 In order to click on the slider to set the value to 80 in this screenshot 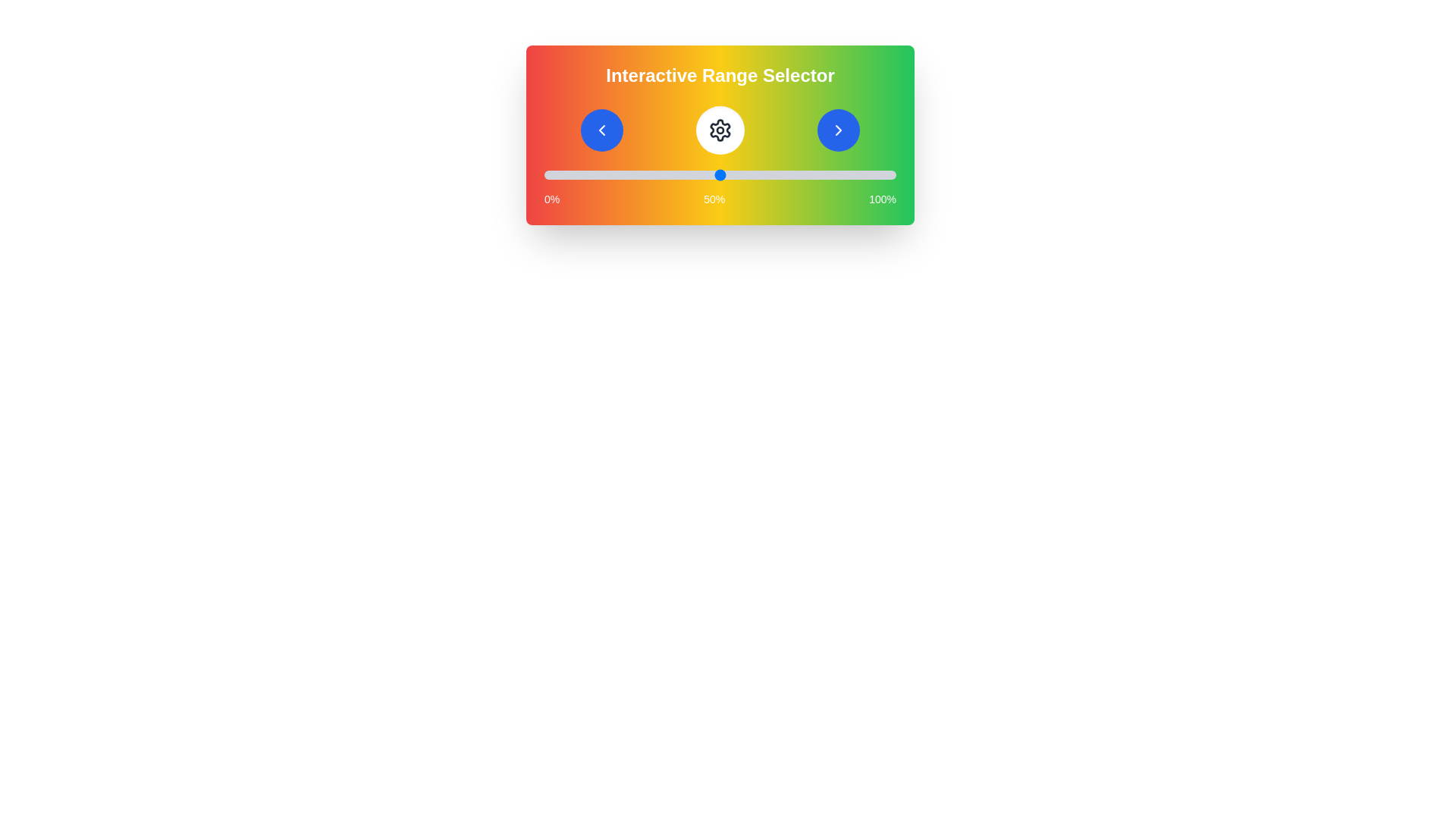, I will do `click(825, 174)`.